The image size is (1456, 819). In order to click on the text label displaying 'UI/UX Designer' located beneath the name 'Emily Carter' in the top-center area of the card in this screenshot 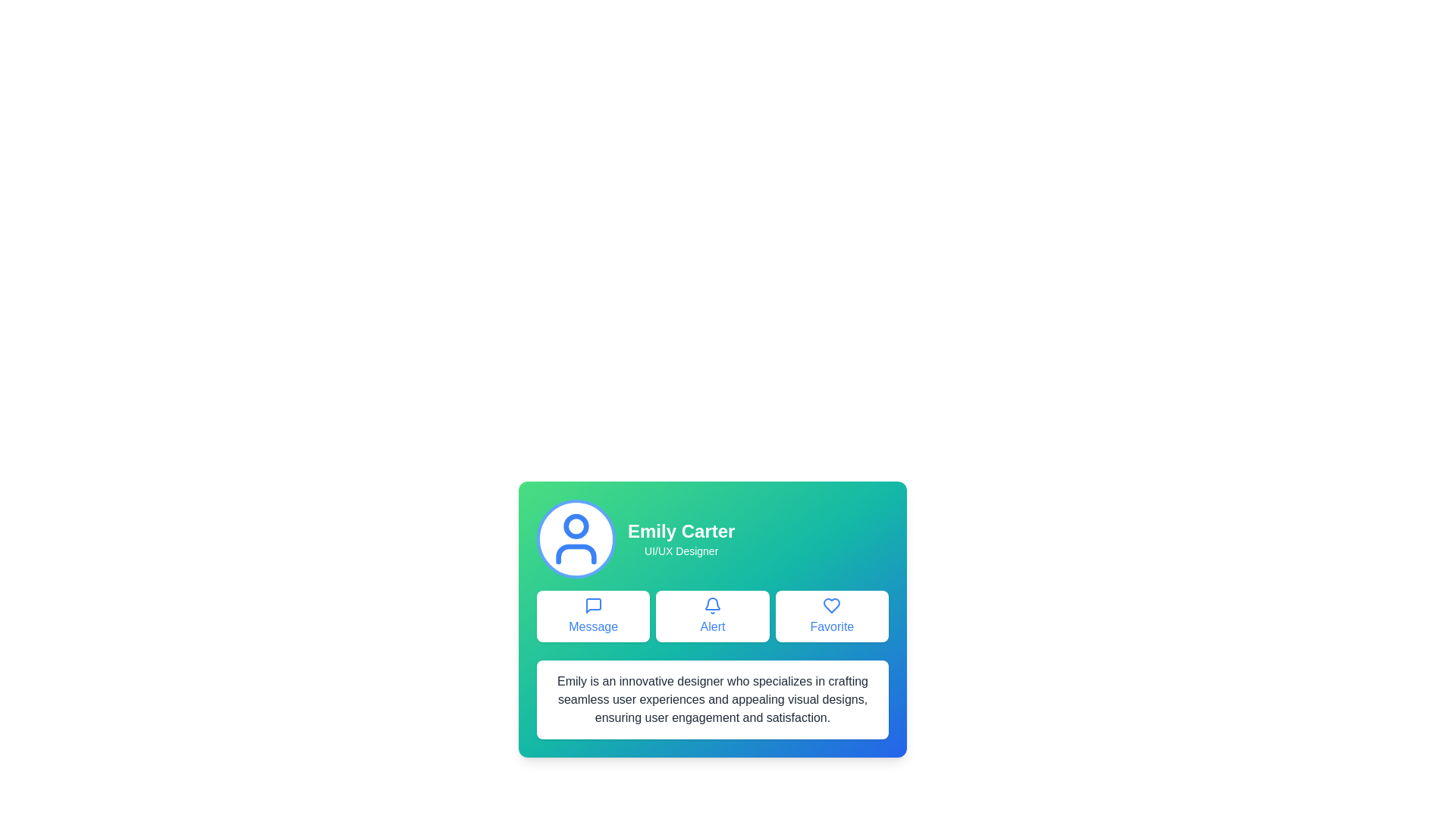, I will do `click(680, 551)`.